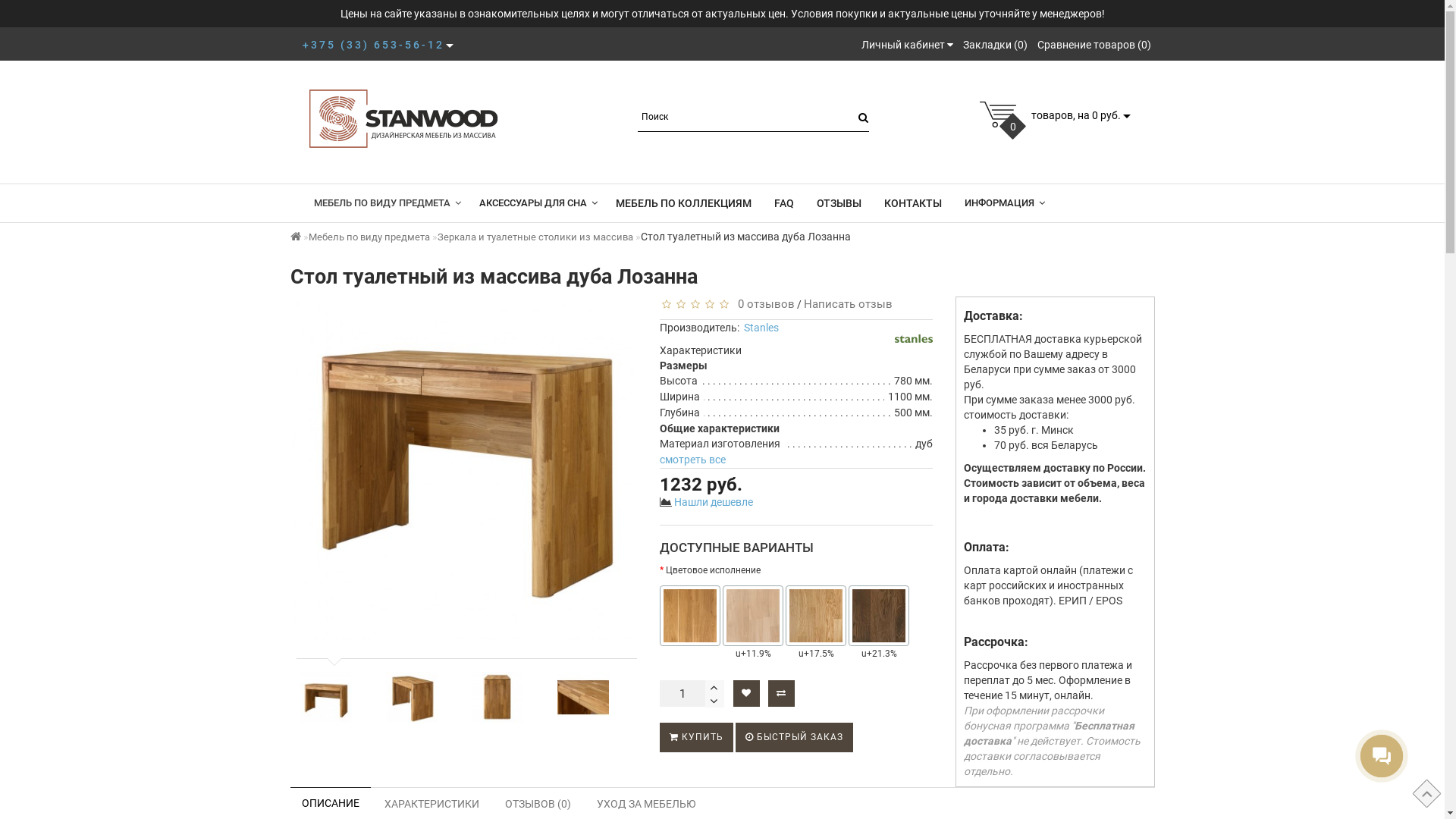 This screenshot has height=819, width=1456. I want to click on '+375 (33) 653-56-12', so click(372, 43).